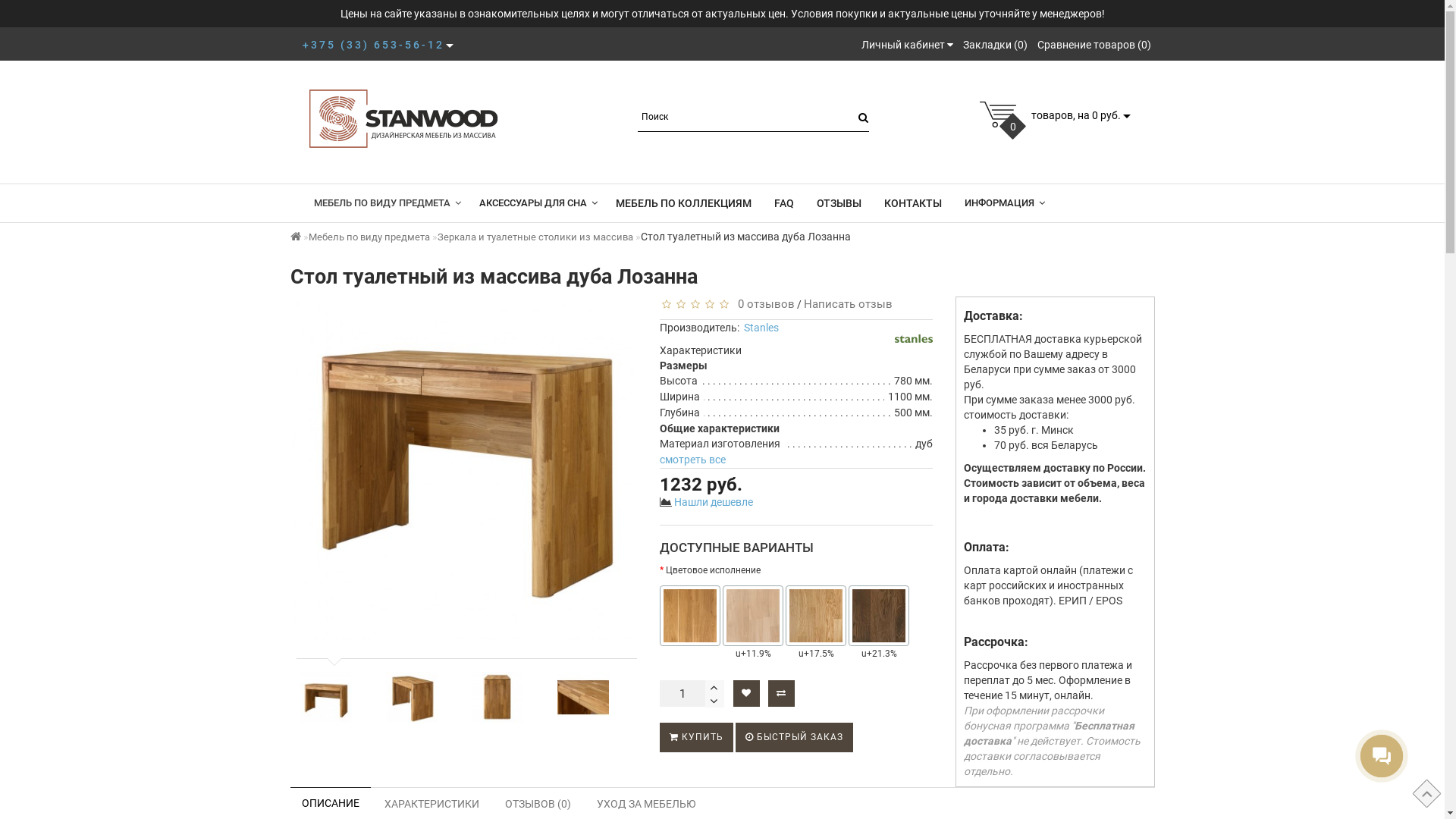 This screenshot has height=819, width=1456. I want to click on '+375 (33) 653-56-12', so click(372, 43).